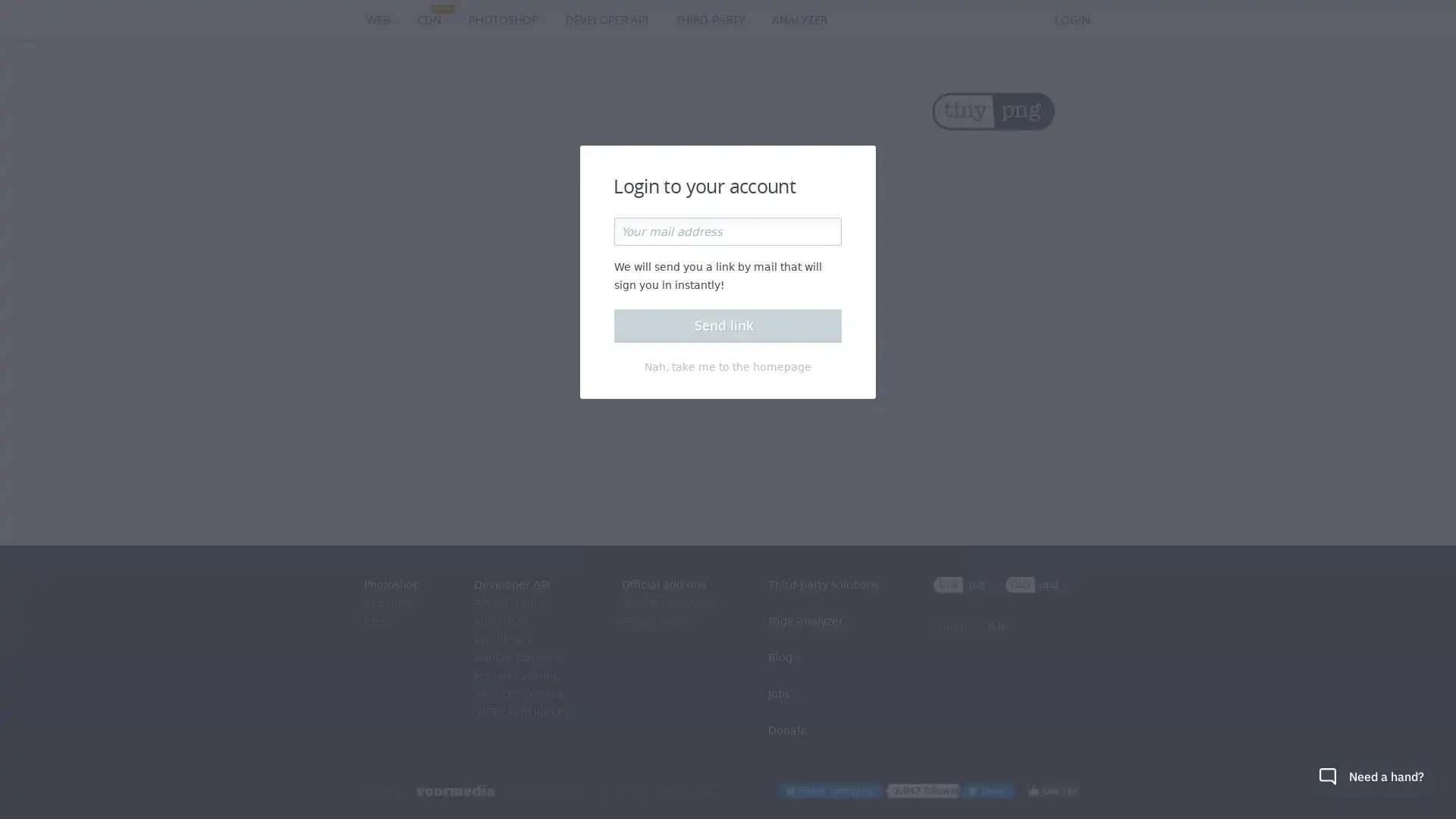 This screenshot has height=819, width=1456. I want to click on Send link, so click(728, 325).